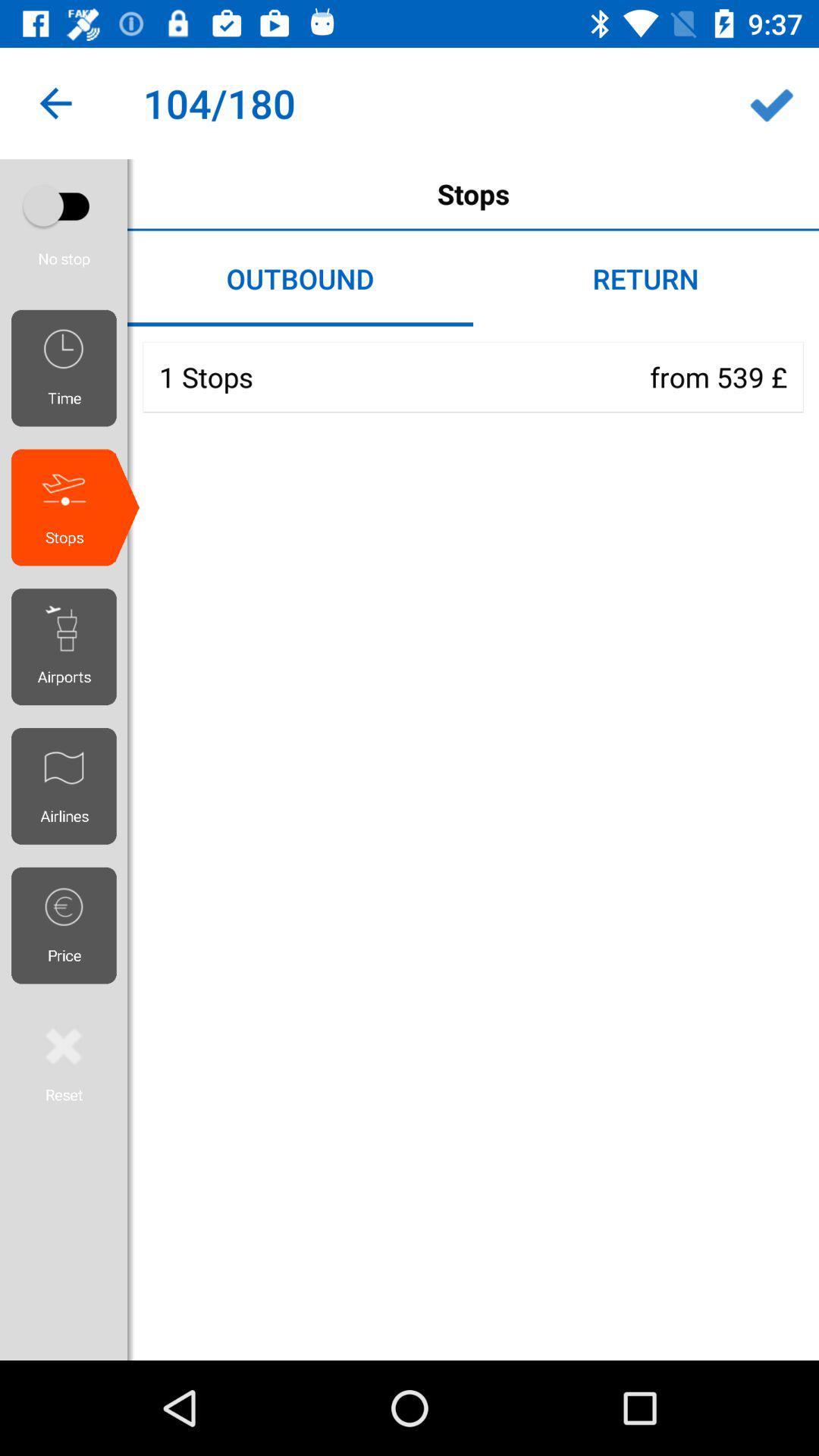 The width and height of the screenshot is (819, 1456). What do you see at coordinates (63, 205) in the screenshot?
I see `stops option` at bounding box center [63, 205].